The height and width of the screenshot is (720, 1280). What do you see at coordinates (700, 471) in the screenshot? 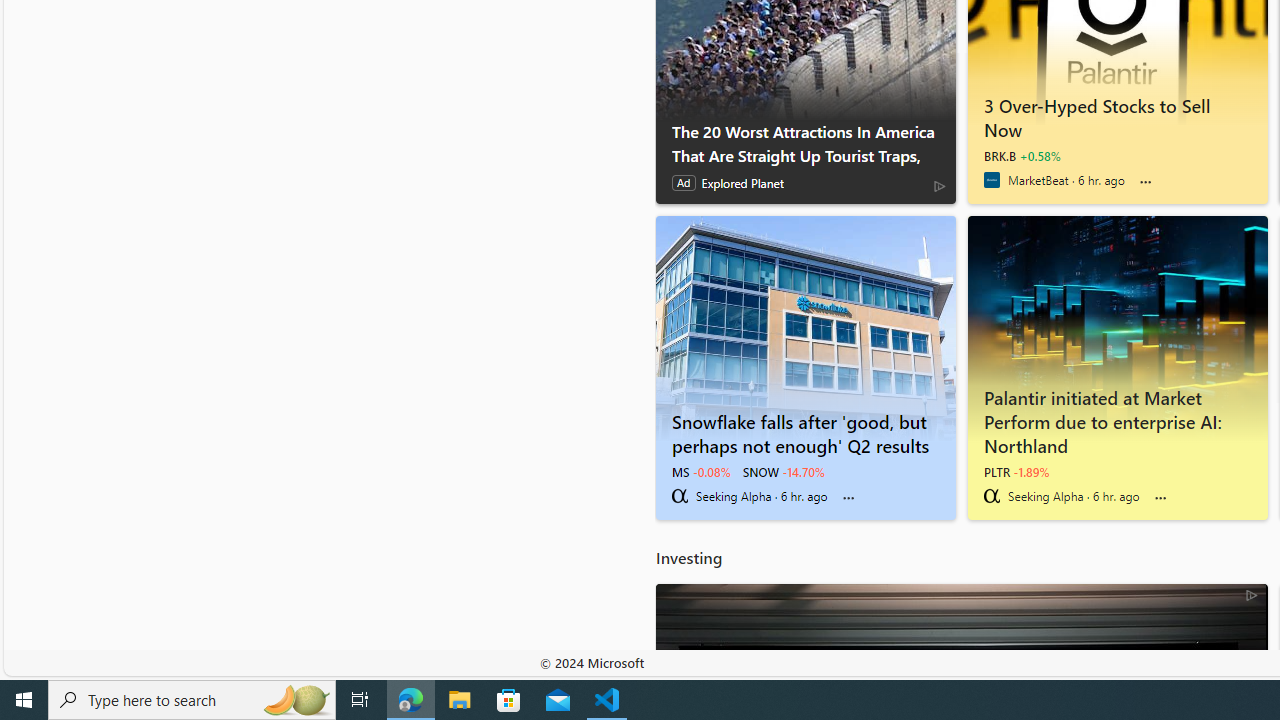
I see `'MS -0.08%'` at bounding box center [700, 471].